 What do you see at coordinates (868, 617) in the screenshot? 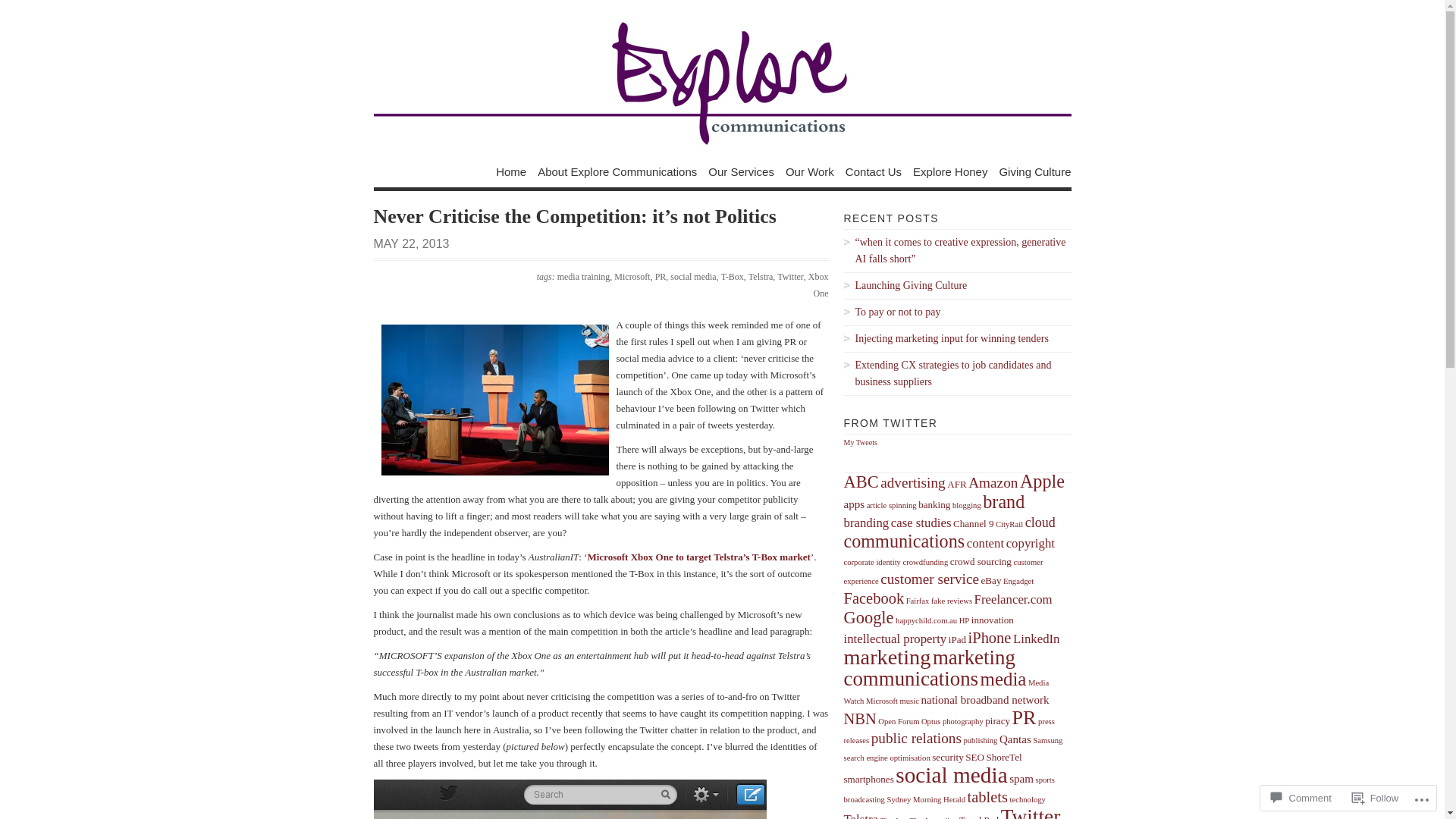
I see `'Google'` at bounding box center [868, 617].